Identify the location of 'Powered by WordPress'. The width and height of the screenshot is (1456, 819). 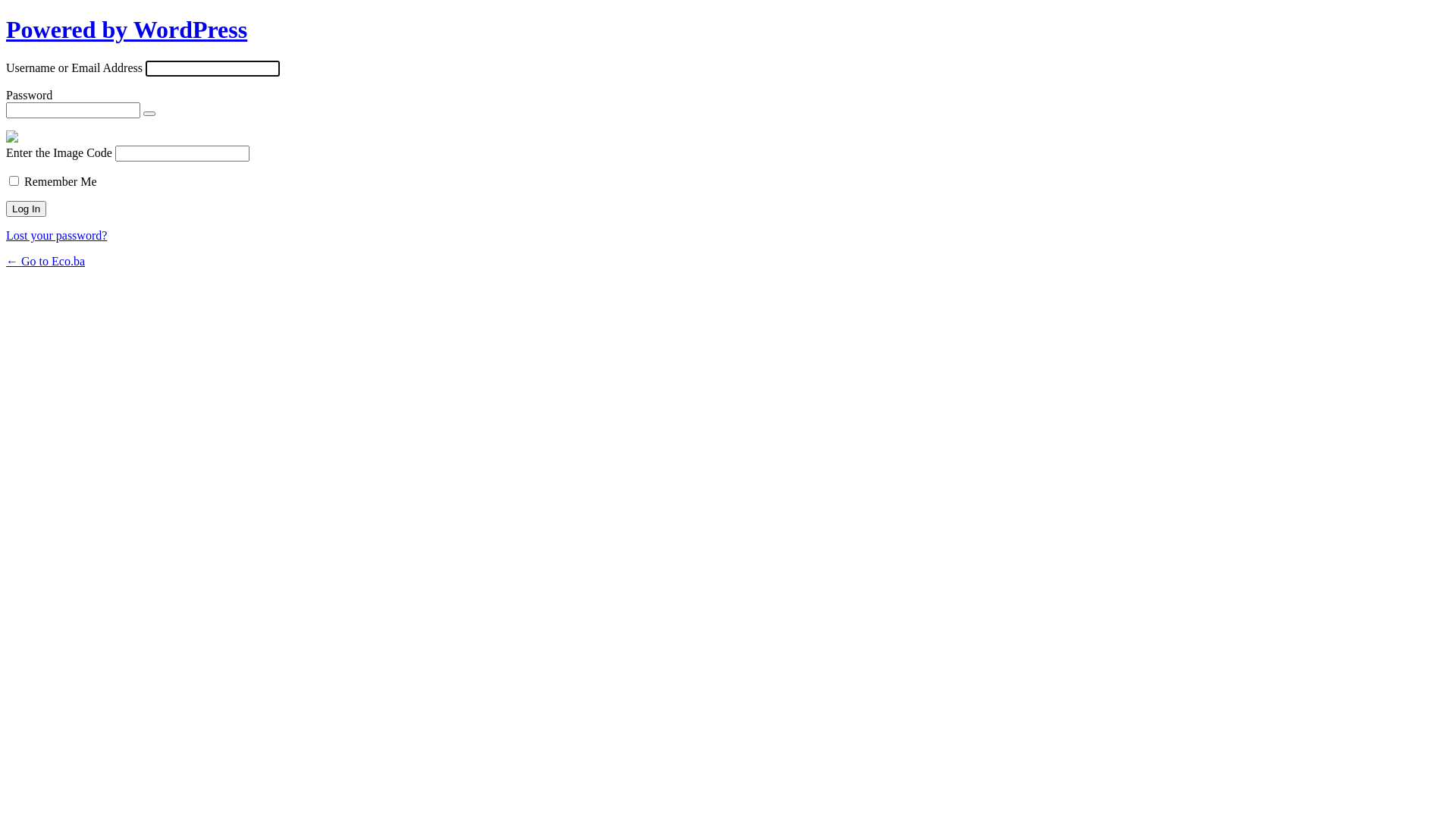
(6, 29).